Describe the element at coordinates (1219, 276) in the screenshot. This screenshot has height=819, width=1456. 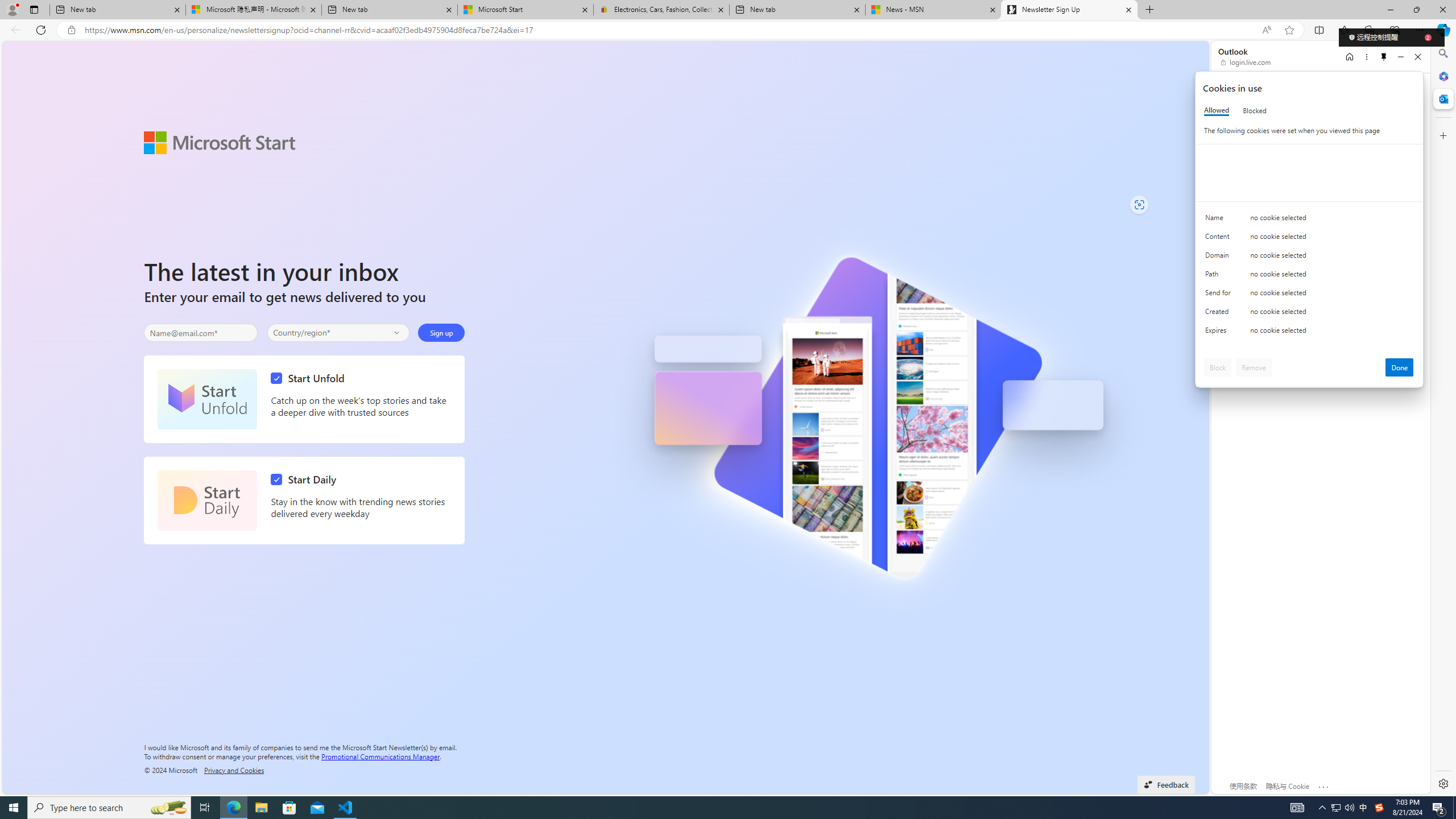
I see `'Path'` at that location.